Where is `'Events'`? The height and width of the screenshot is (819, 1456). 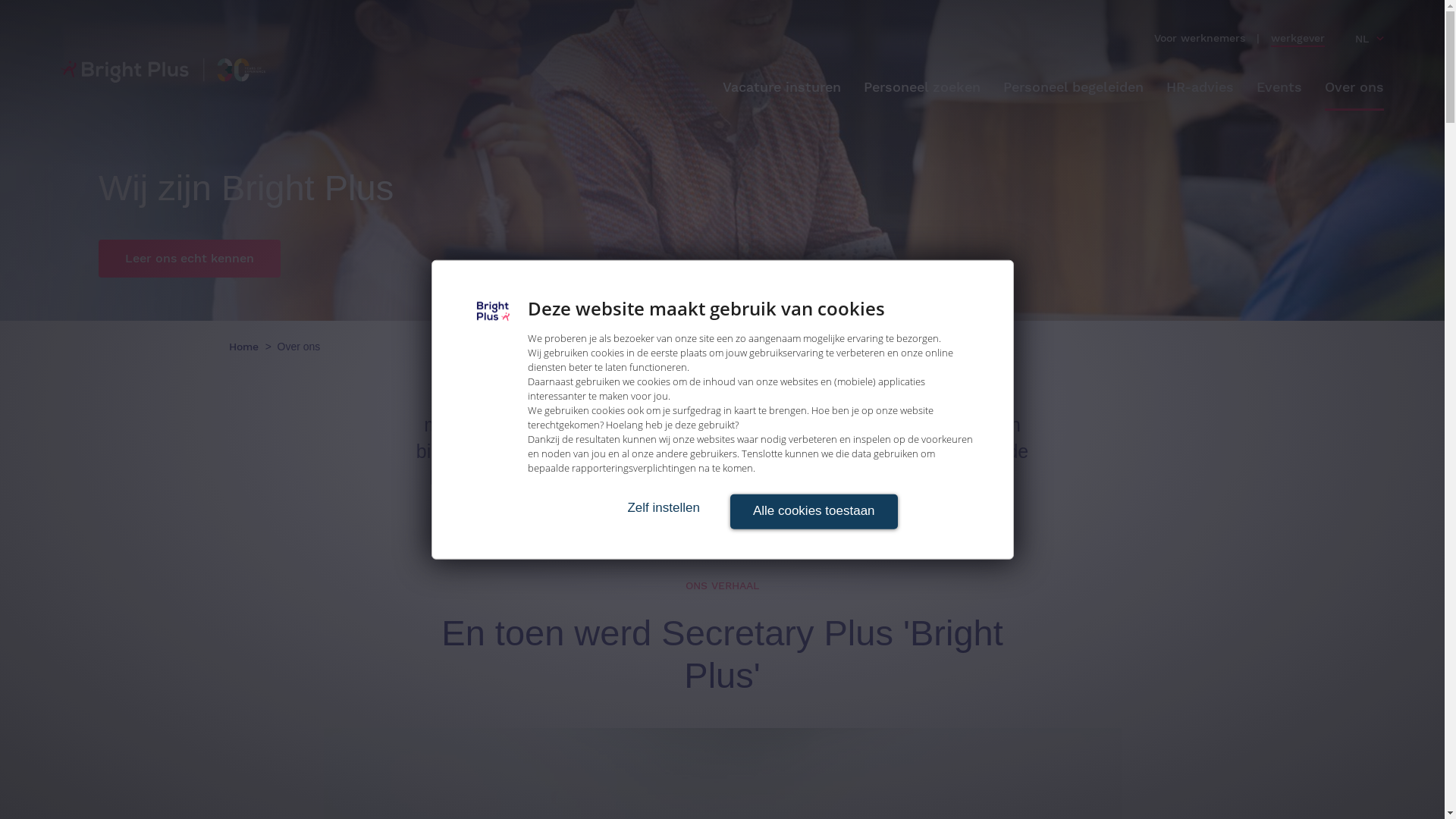
'Events' is located at coordinates (1256, 87).